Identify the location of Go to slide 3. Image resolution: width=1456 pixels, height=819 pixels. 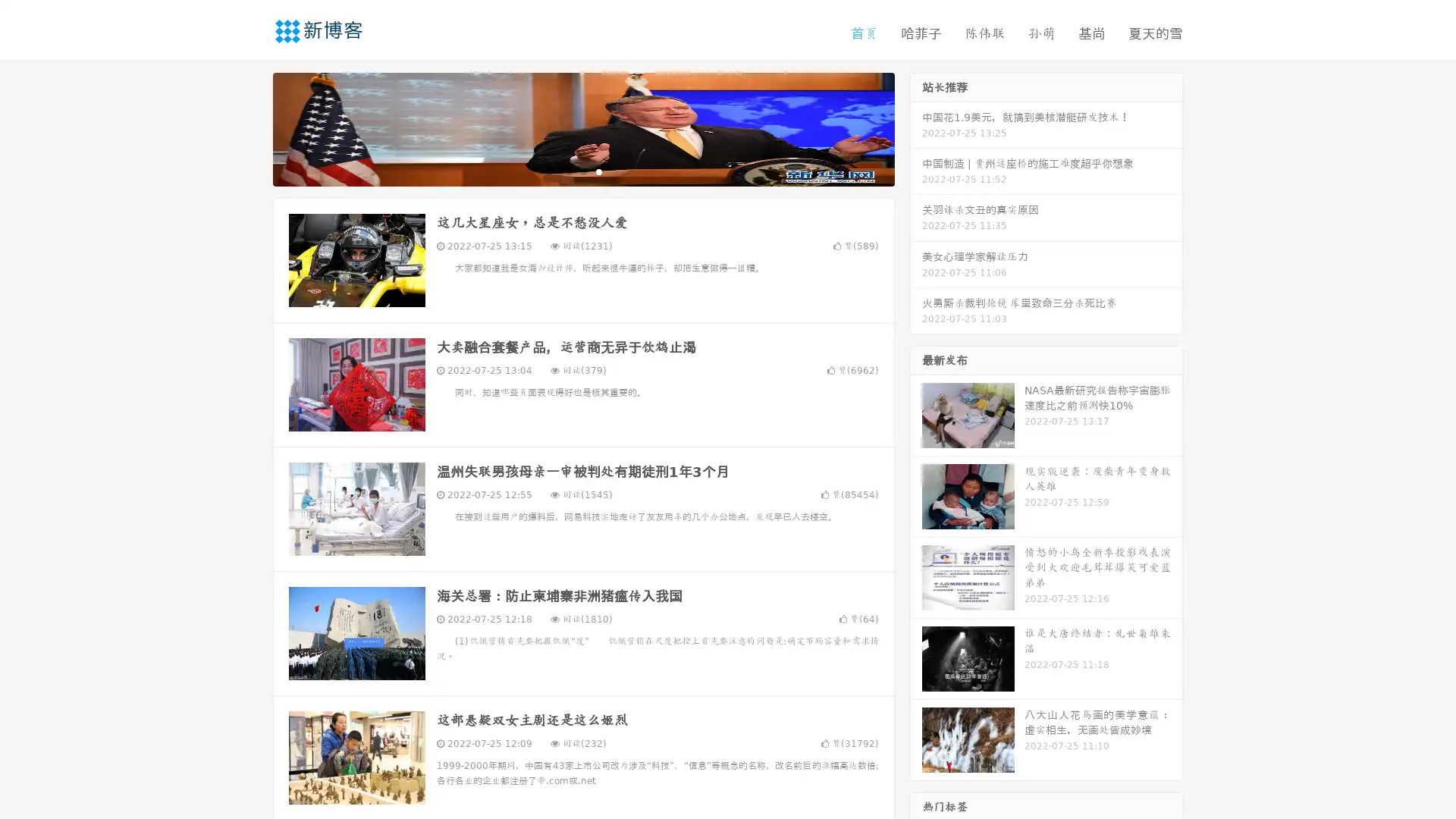
(598, 171).